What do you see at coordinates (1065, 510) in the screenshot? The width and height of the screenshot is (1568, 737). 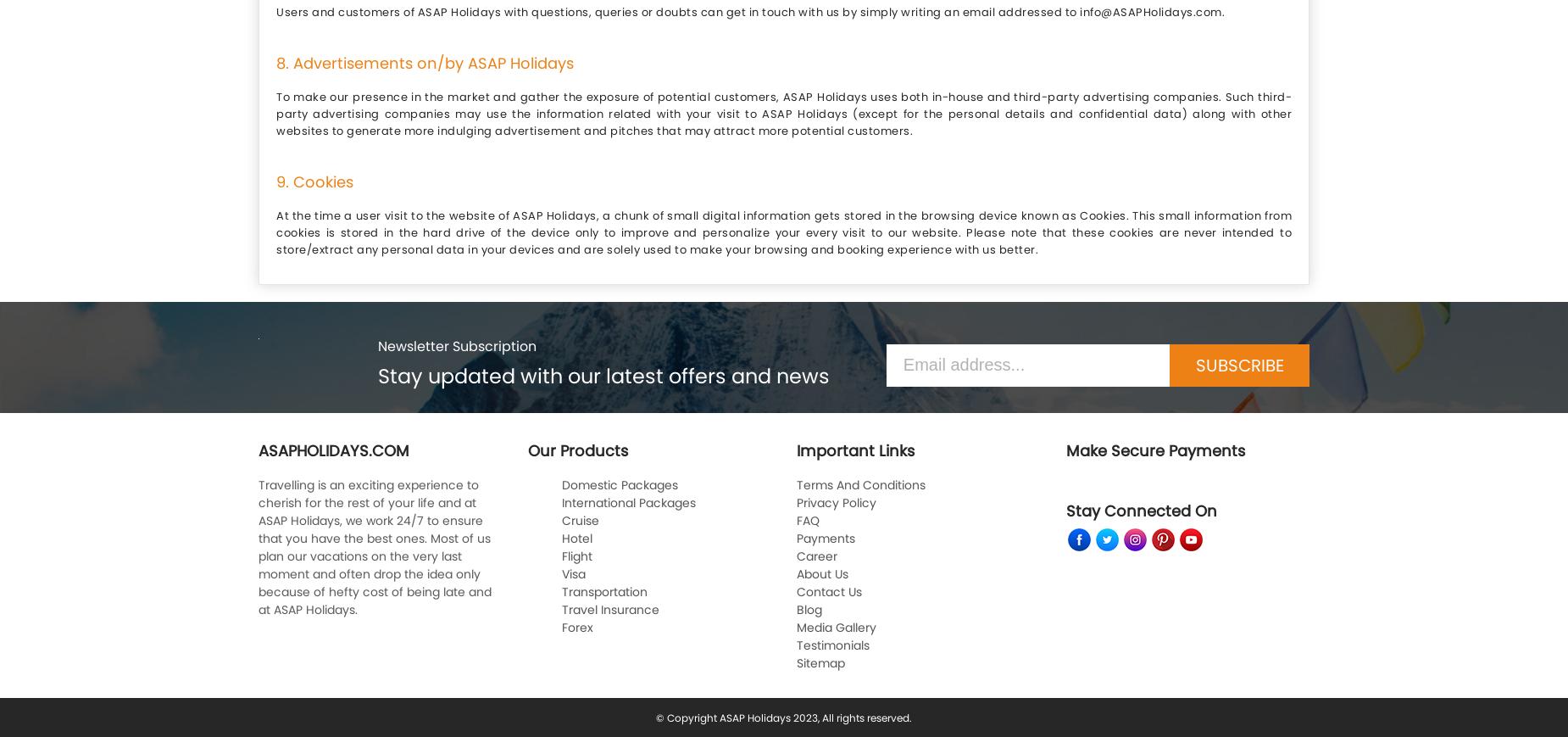 I see `'Stay Connected On'` at bounding box center [1065, 510].